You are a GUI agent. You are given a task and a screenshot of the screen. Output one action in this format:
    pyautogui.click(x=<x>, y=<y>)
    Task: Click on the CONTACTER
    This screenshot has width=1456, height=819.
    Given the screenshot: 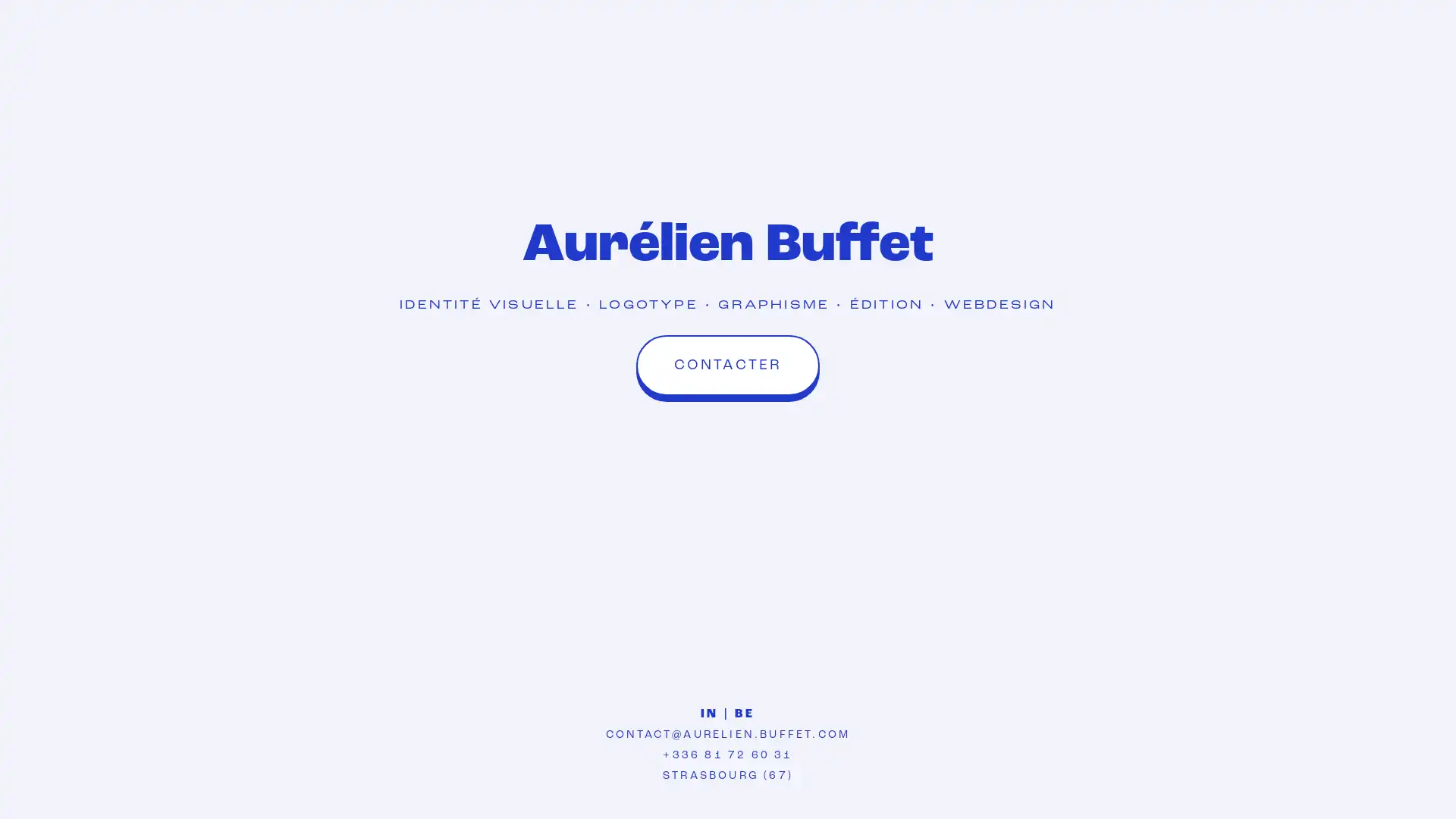 What is the action you would take?
    pyautogui.click(x=726, y=365)
    